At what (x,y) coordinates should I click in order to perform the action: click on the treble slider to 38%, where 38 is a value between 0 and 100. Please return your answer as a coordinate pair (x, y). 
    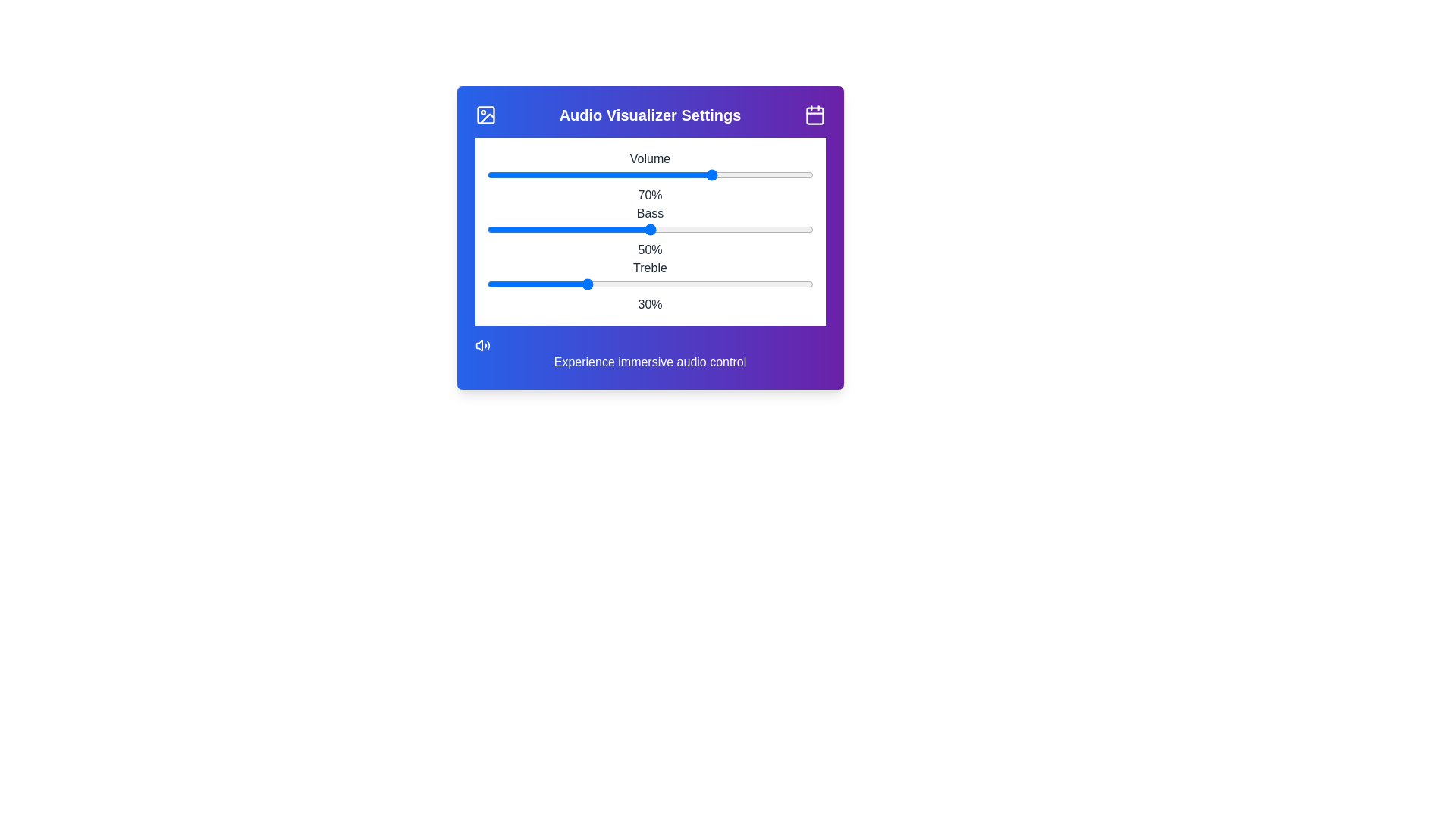
    Looking at the image, I should click on (610, 284).